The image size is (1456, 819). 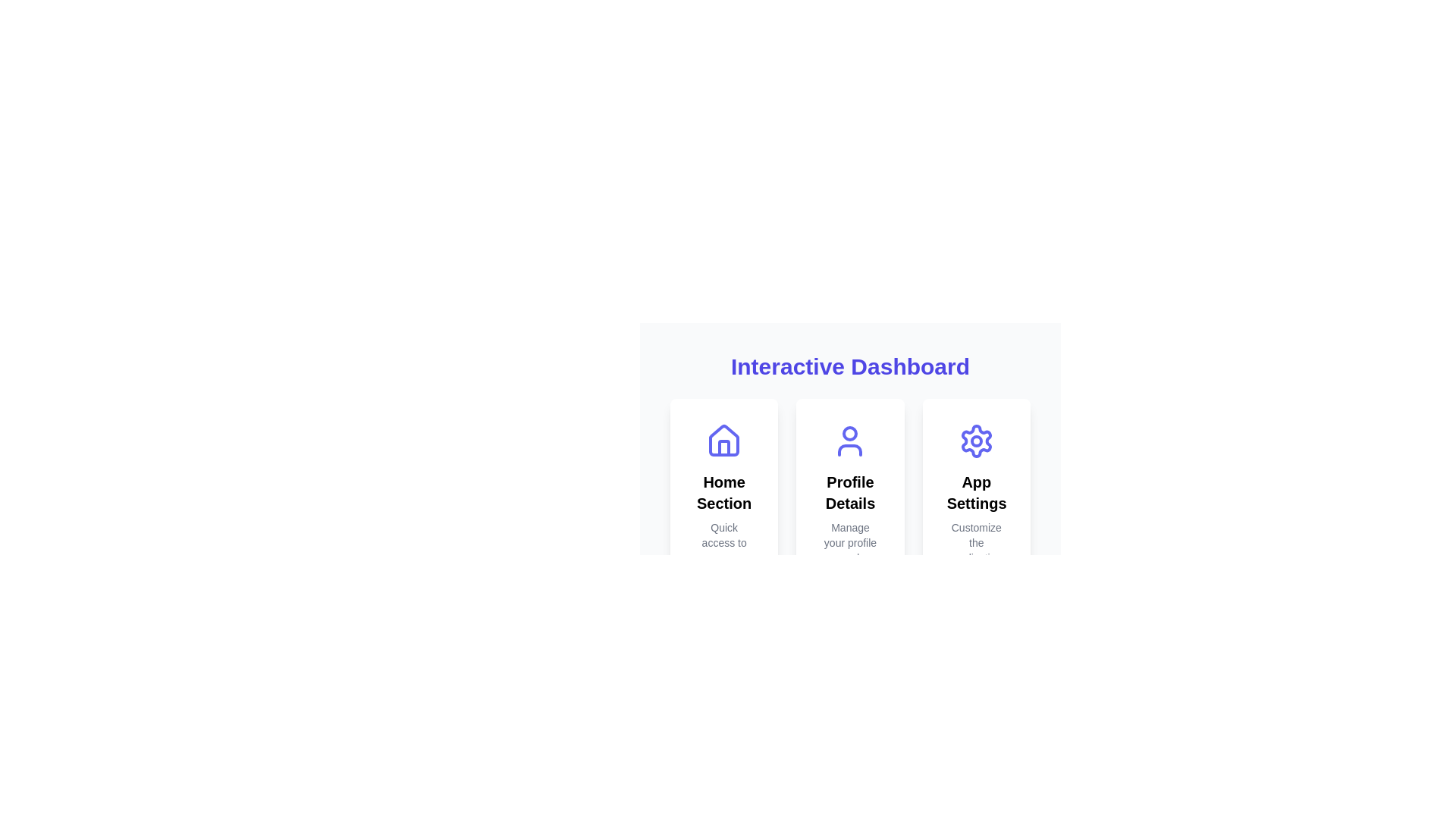 I want to click on the purple house icon located at the top of the 'Home Section' card in the Interactive Dashboard, so click(x=723, y=441).